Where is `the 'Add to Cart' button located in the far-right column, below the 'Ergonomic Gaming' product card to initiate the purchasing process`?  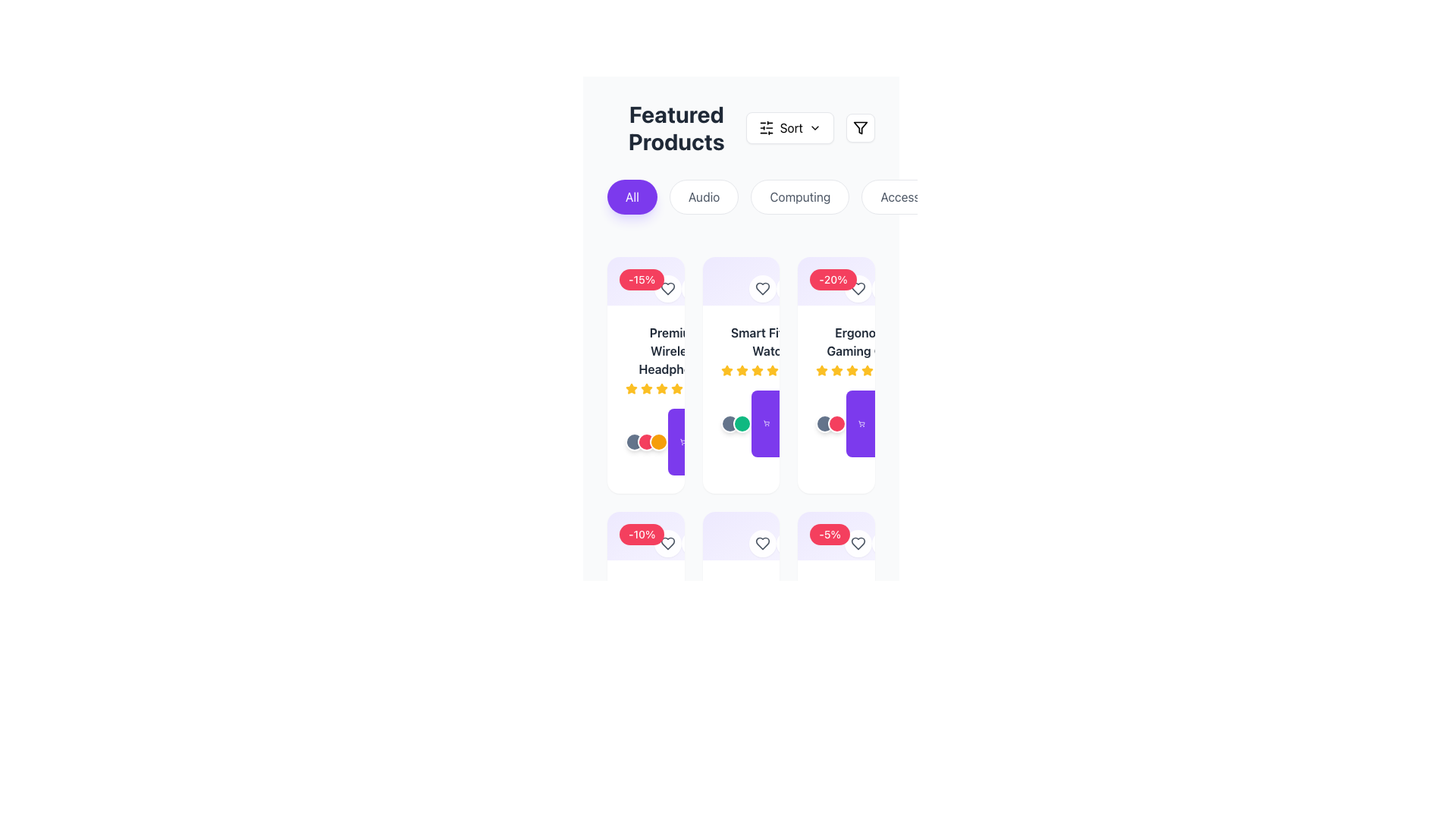
the 'Add to Cart' button located in the far-right column, below the 'Ergonomic Gaming' product card to initiate the purchasing process is located at coordinates (886, 424).